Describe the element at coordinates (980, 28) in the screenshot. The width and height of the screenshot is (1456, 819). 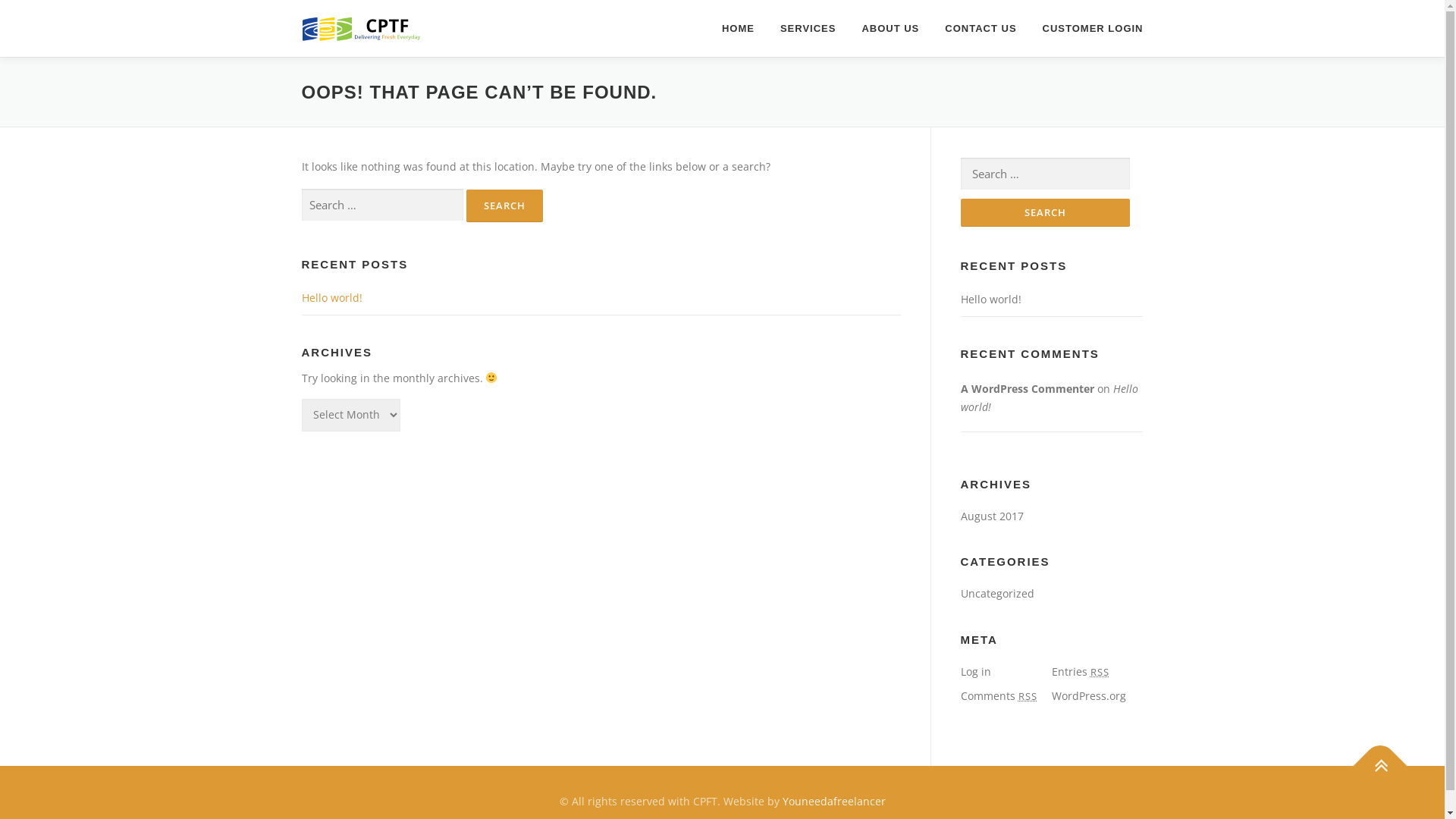
I see `'CONTACT US'` at that location.